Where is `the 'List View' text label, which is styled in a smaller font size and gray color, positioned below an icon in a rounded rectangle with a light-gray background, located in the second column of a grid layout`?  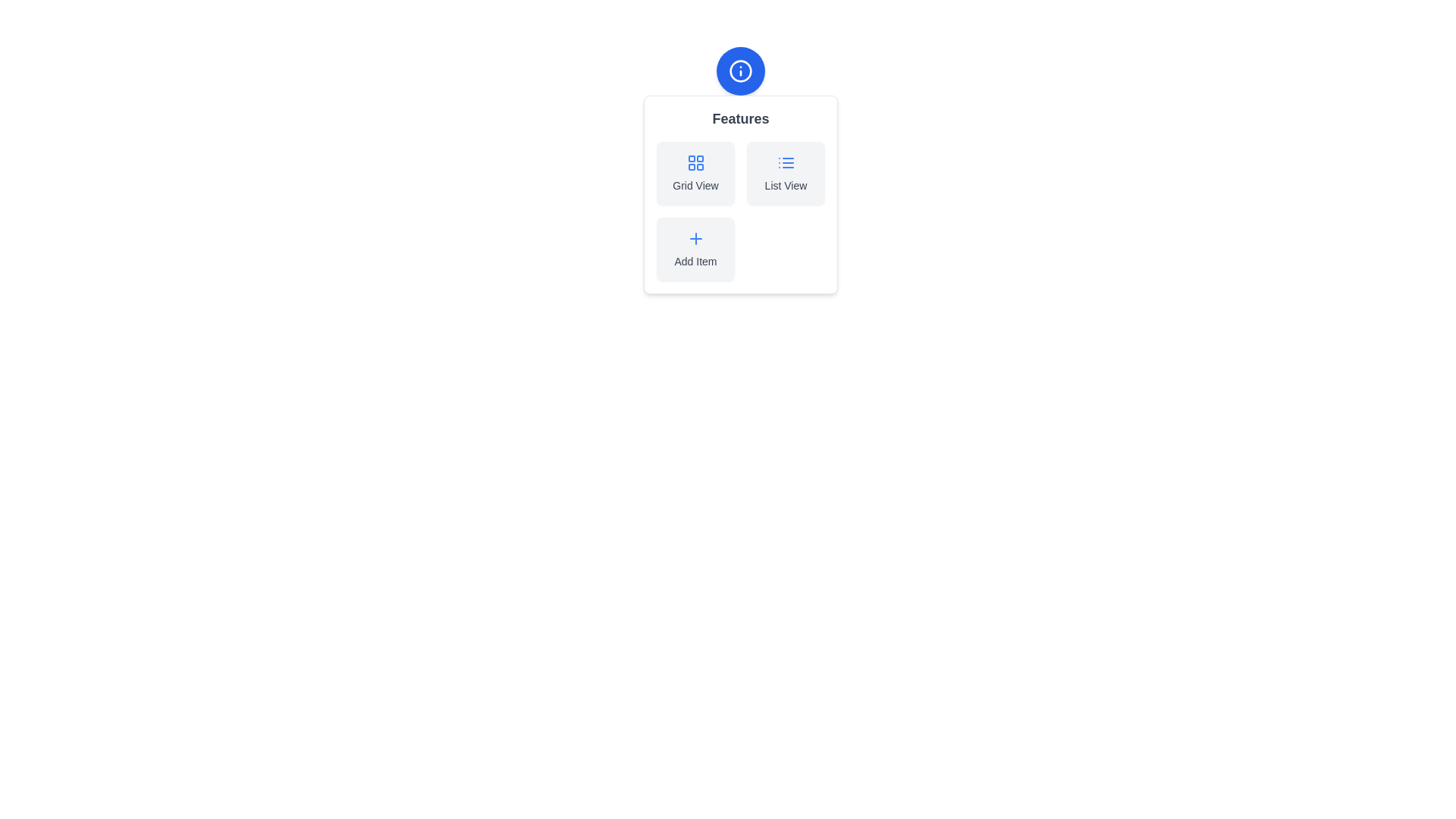 the 'List View' text label, which is styled in a smaller font size and gray color, positioned below an icon in a rounded rectangle with a light-gray background, located in the second column of a grid layout is located at coordinates (786, 185).